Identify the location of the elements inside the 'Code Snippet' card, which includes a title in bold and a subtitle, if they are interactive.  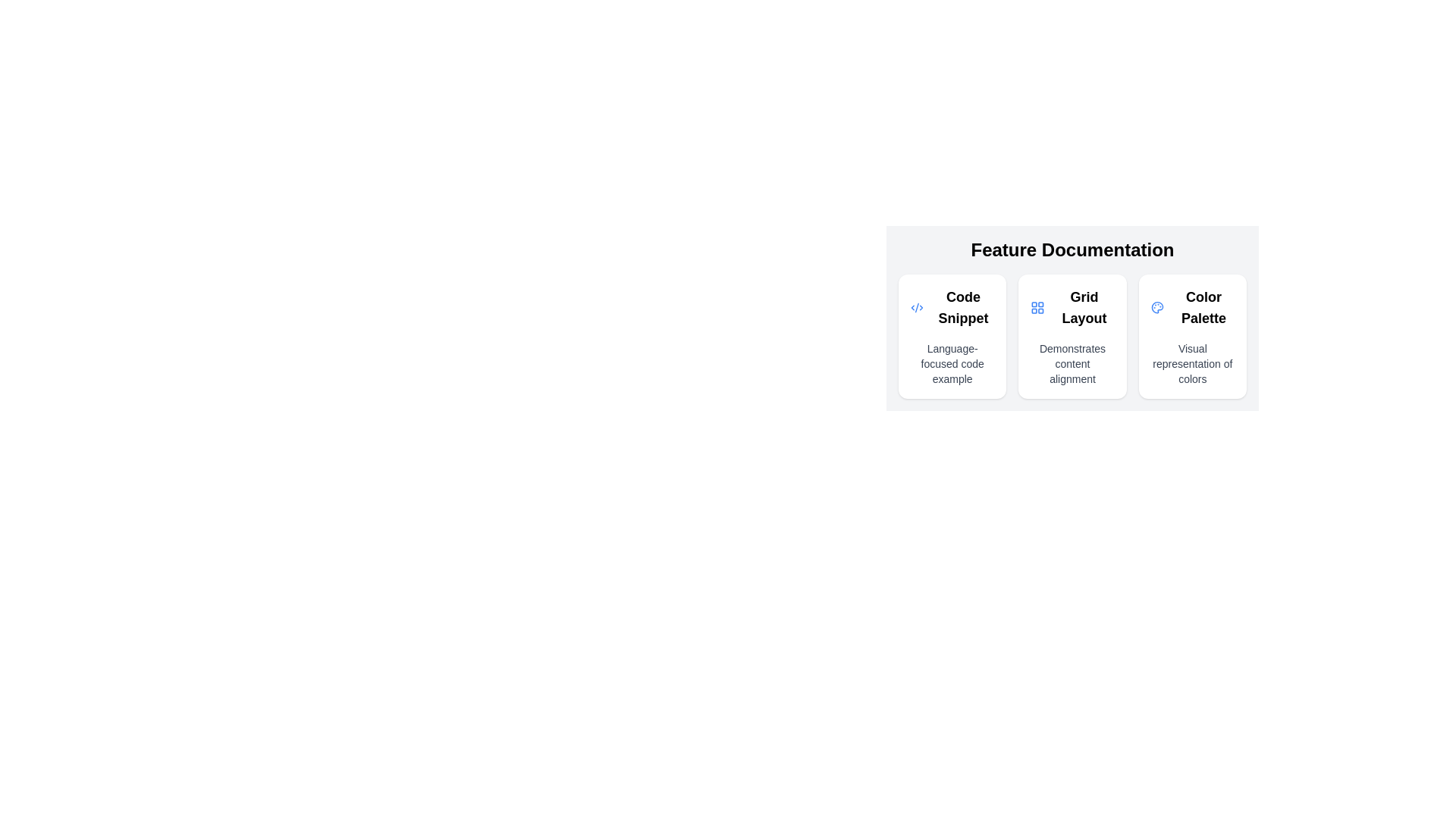
(952, 335).